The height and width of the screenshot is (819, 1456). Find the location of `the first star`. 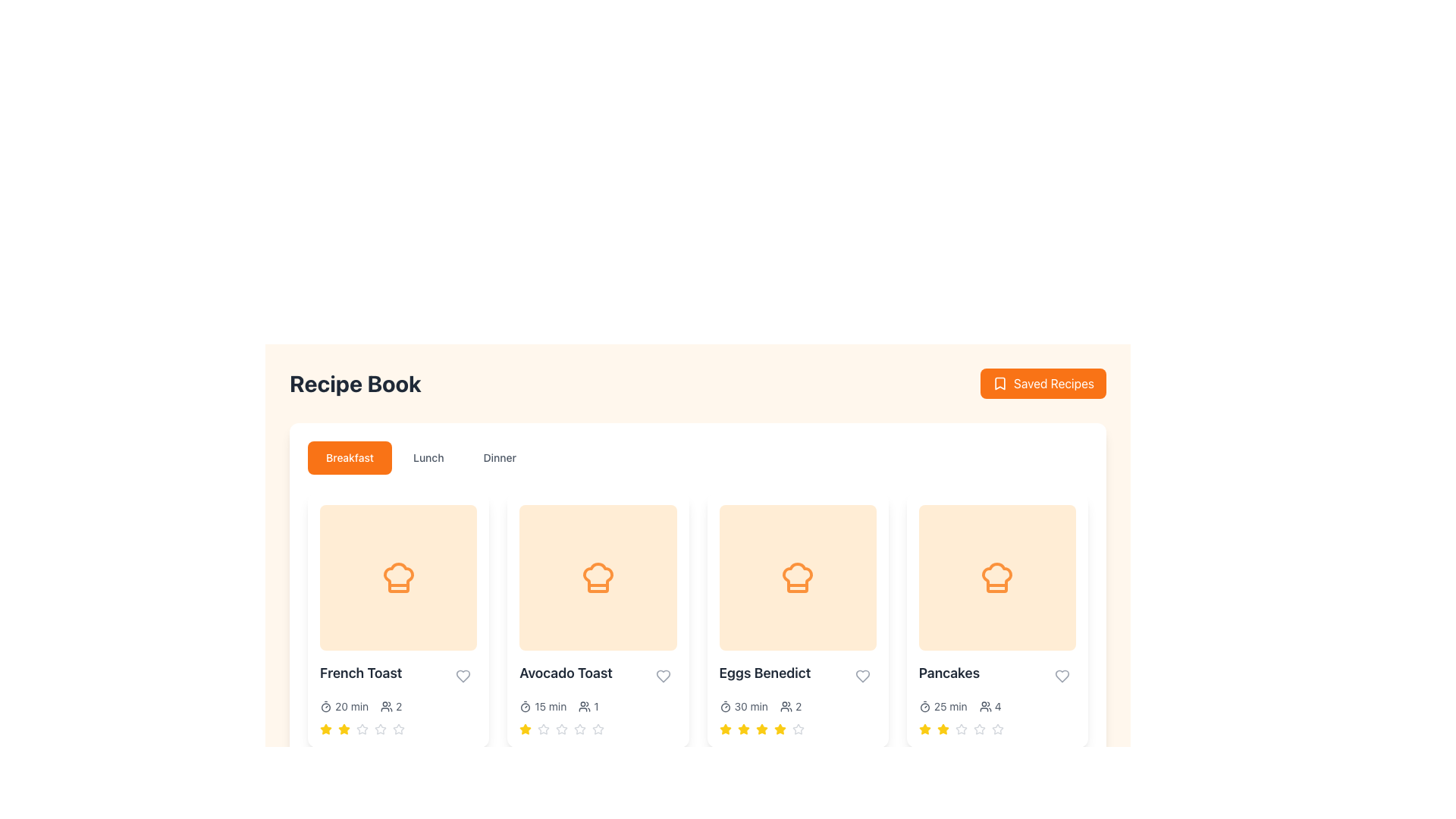

the first star is located at coordinates (724, 728).